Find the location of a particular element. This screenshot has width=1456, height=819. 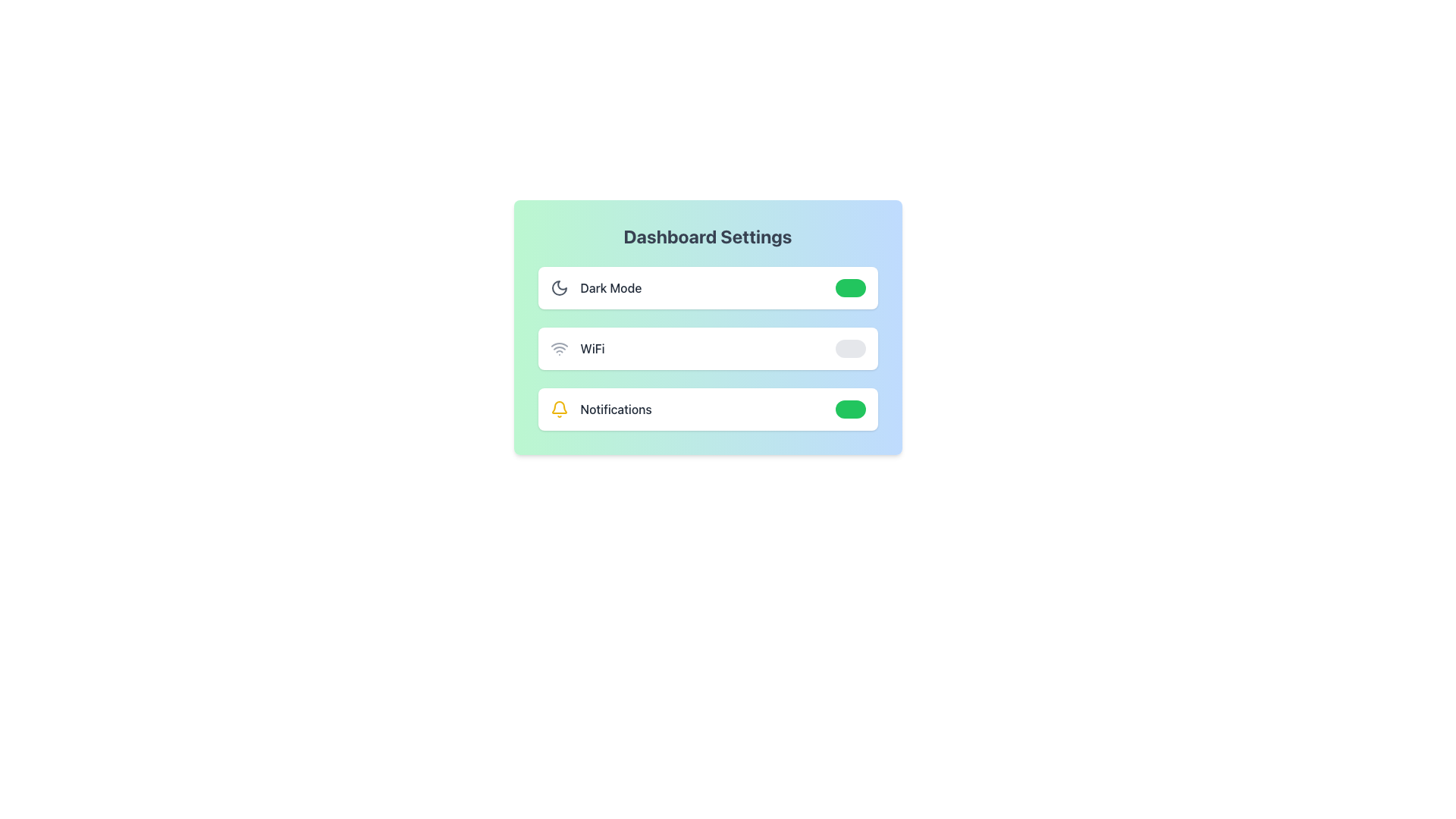

the WiFi icon located in the second row of the layout, adjacent to the 'WiFi' text label is located at coordinates (558, 348).